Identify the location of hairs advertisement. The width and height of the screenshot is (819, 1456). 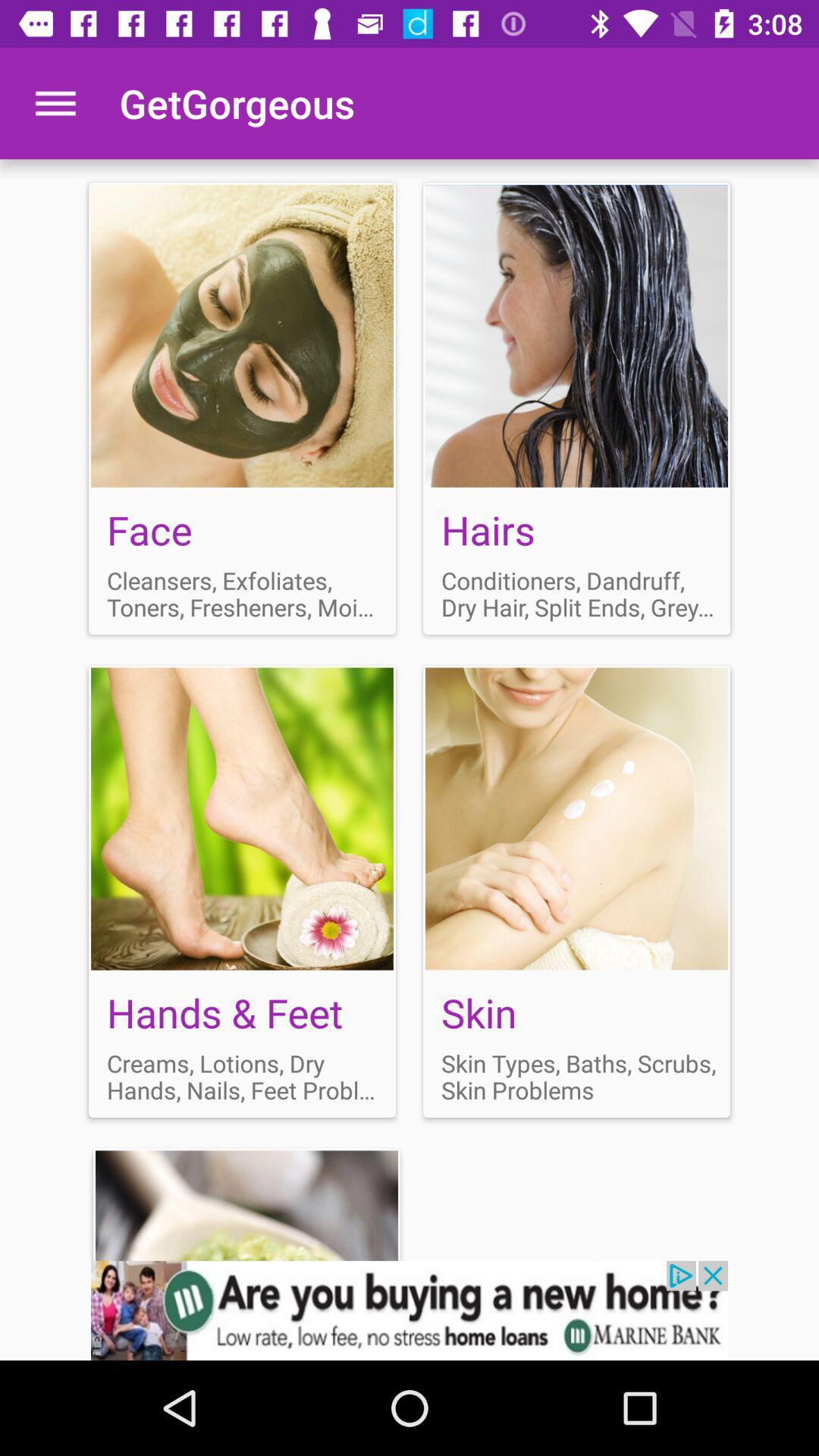
(576, 408).